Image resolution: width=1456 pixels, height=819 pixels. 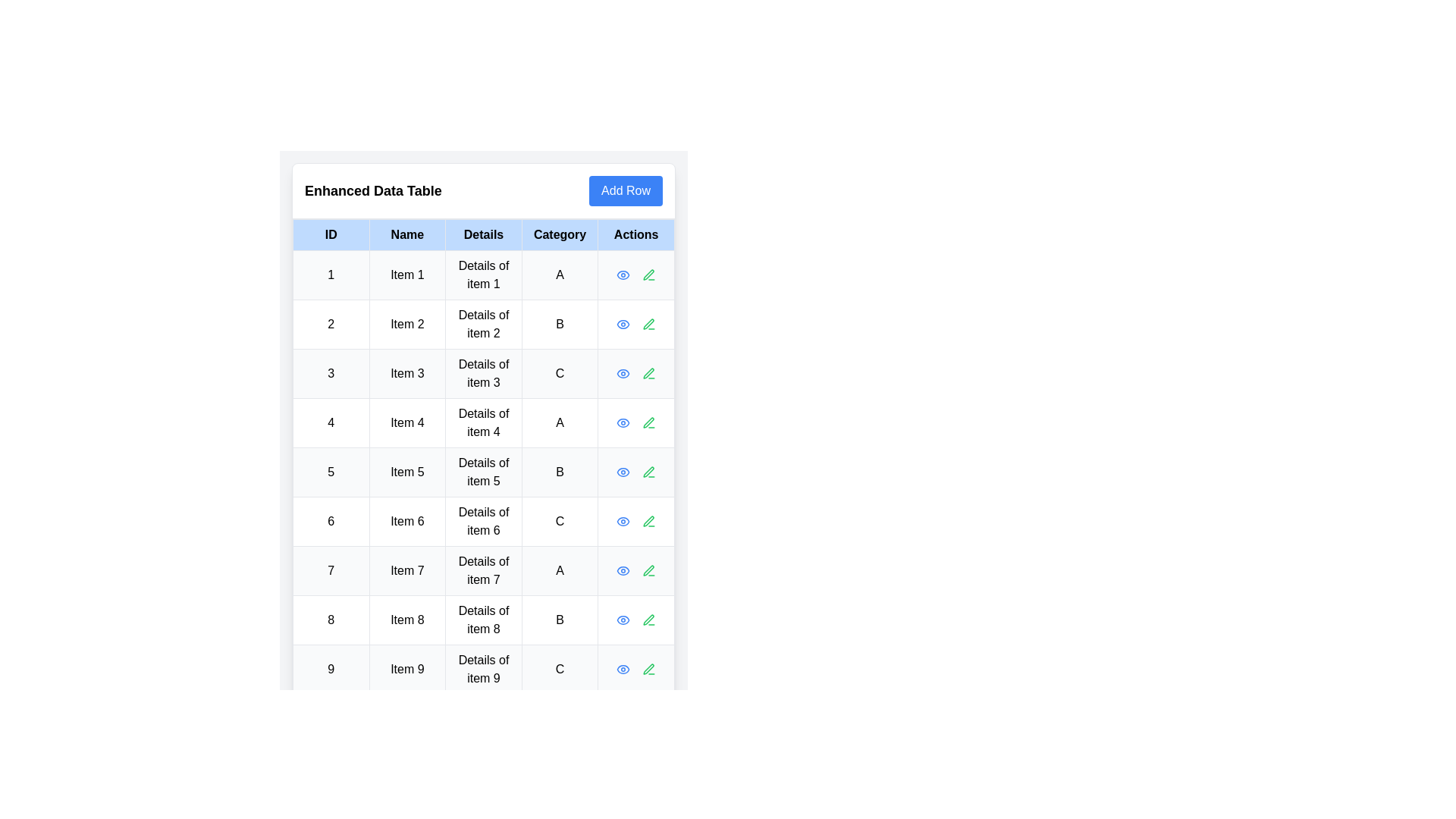 I want to click on the green outlined pencil icon in the 'Actions' column for 'Item 3', so click(x=648, y=373).